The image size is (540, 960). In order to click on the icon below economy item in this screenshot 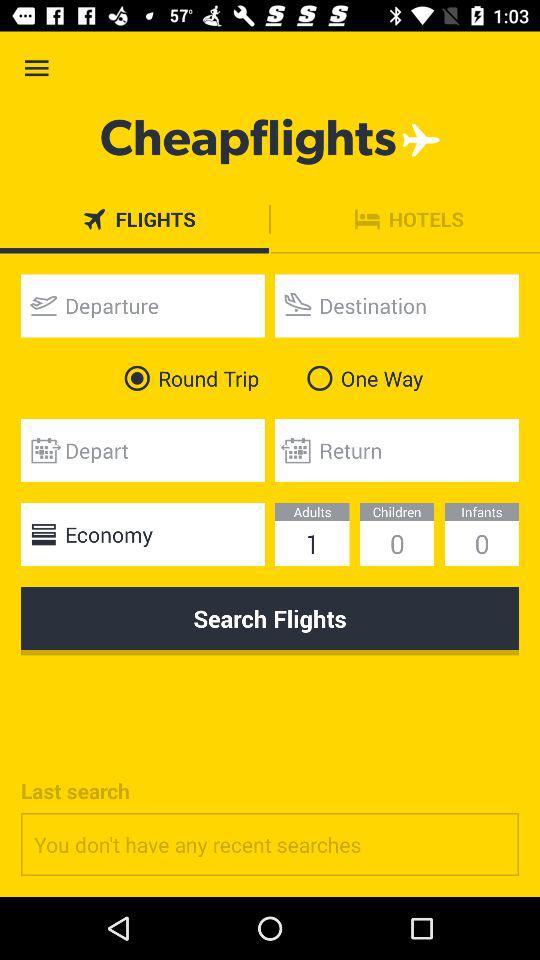, I will do `click(270, 620)`.